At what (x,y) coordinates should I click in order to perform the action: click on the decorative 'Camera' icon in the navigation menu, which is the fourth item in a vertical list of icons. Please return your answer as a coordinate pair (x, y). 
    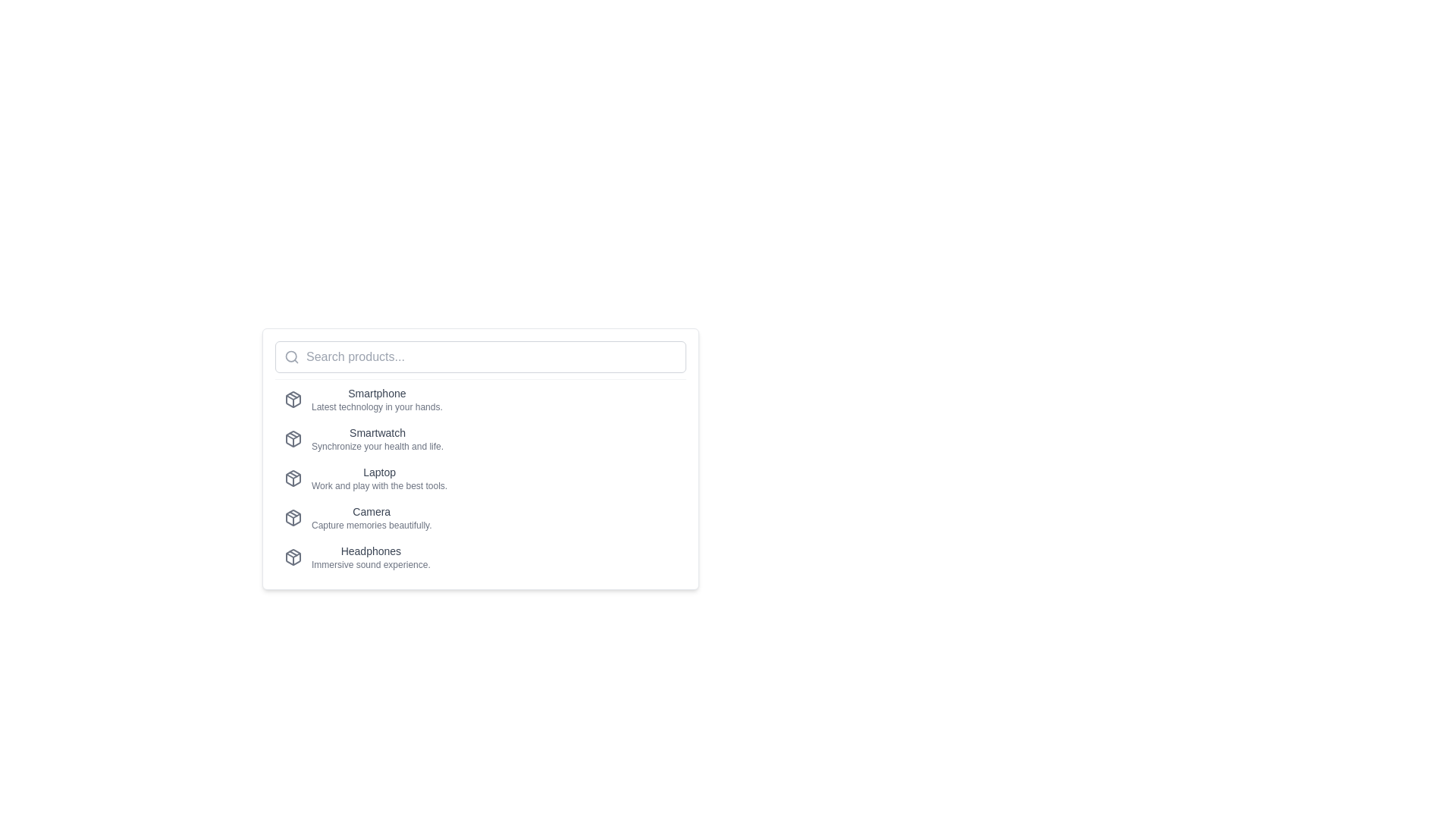
    Looking at the image, I should click on (293, 516).